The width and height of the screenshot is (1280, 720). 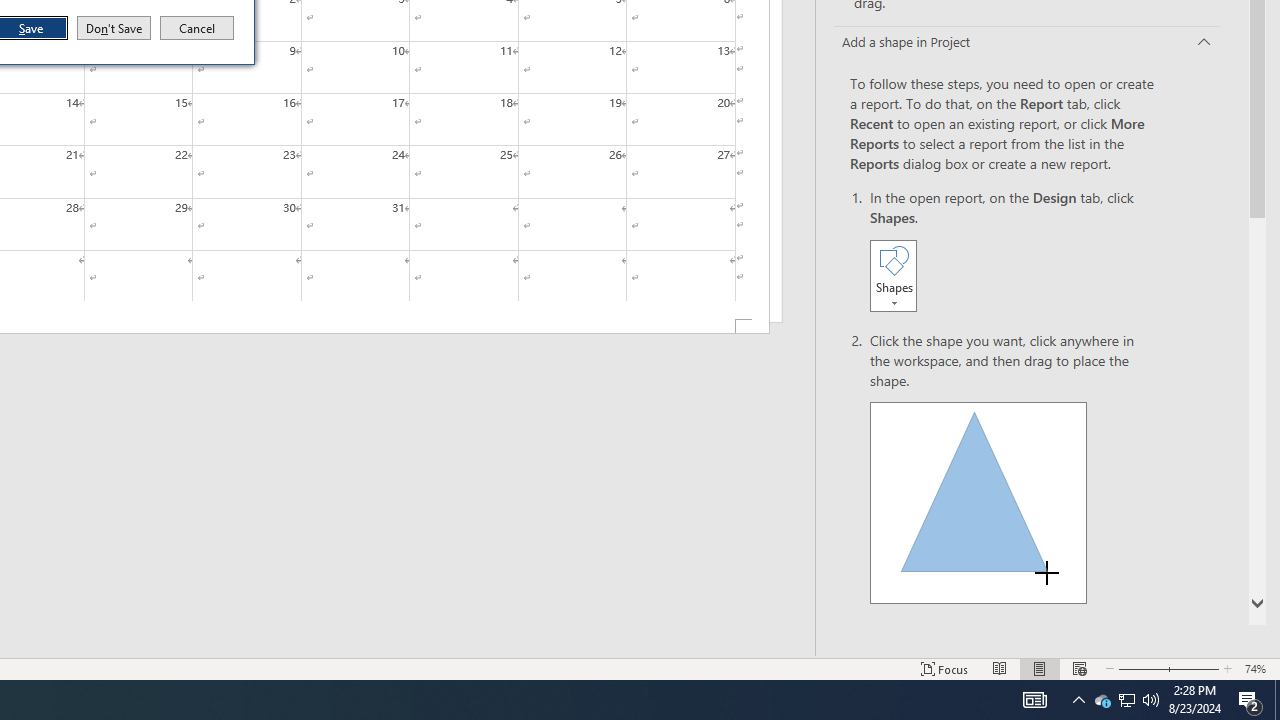 I want to click on 'AutomationID: 4105', so click(x=1034, y=698).